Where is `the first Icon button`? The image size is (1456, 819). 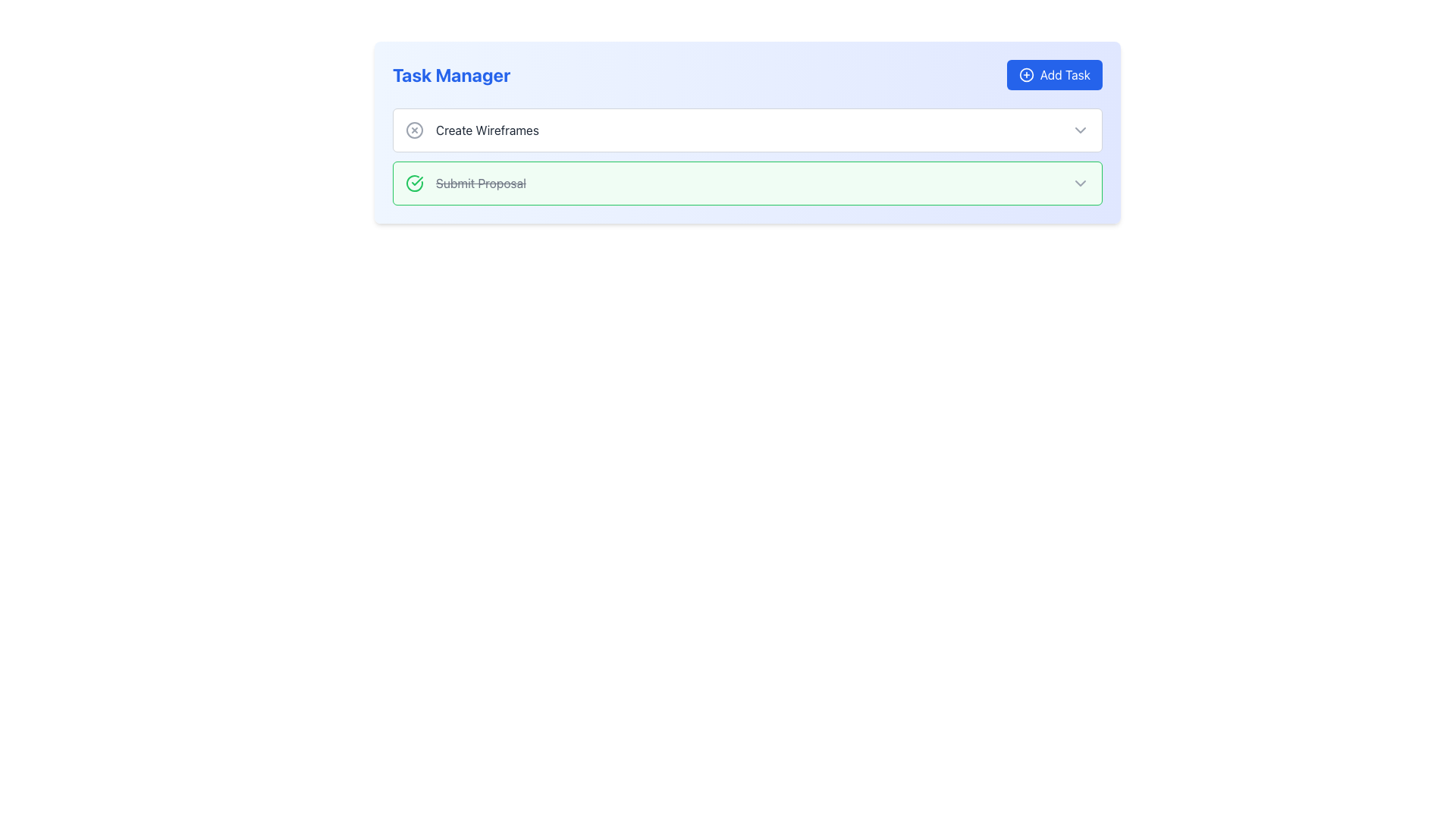 the first Icon button is located at coordinates (415, 130).